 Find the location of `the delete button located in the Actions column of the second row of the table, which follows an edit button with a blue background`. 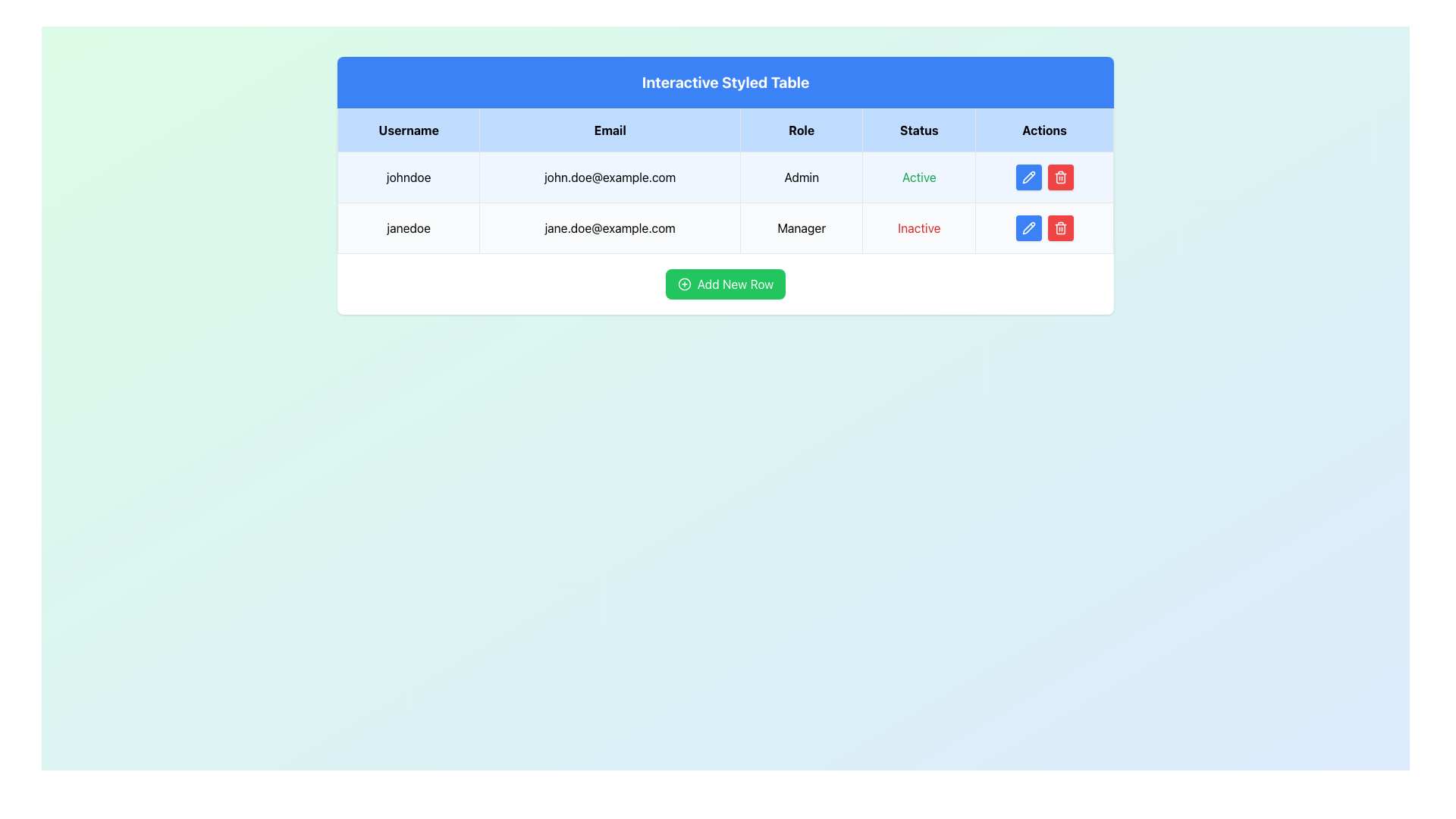

the delete button located in the Actions column of the second row of the table, which follows an edit button with a blue background is located at coordinates (1059, 177).